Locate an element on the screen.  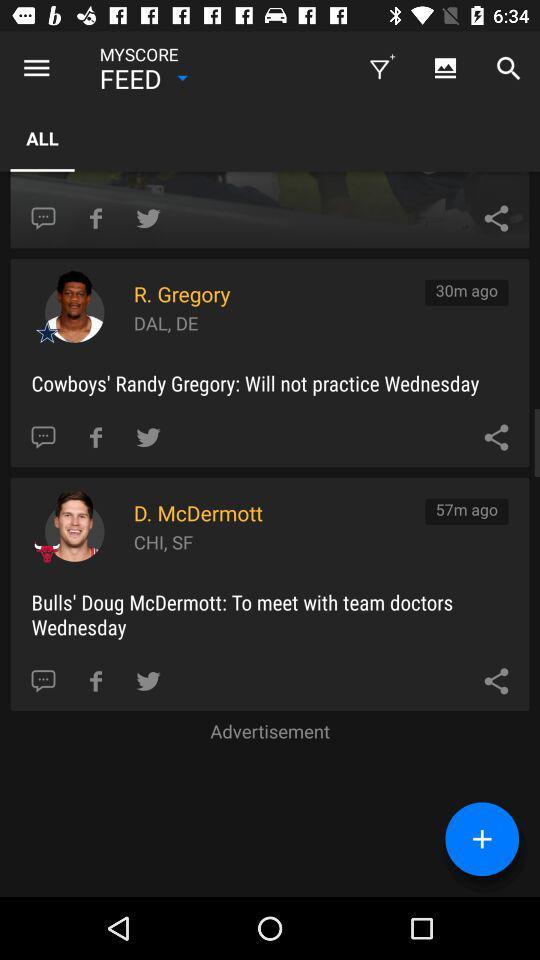
the add icon is located at coordinates (481, 839).